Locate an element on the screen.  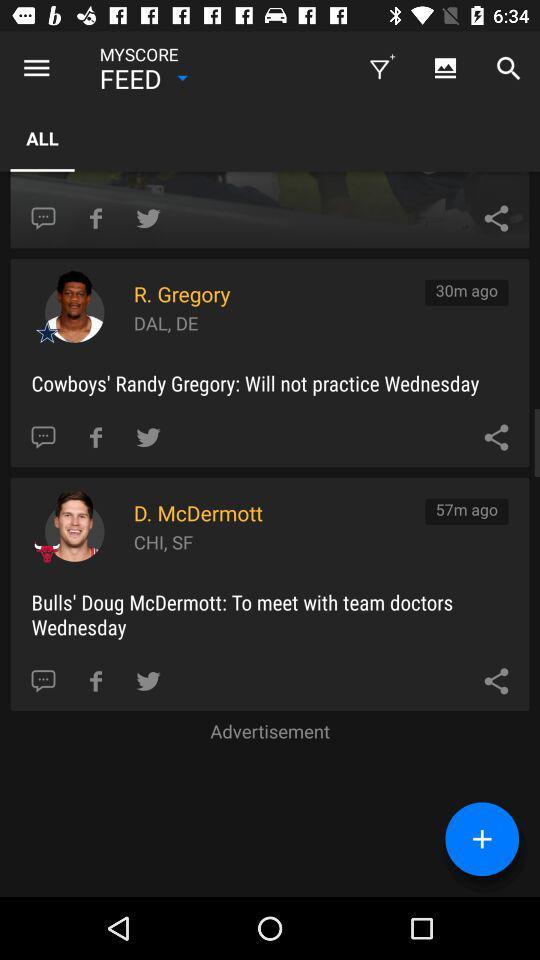
the add icon is located at coordinates (481, 839).